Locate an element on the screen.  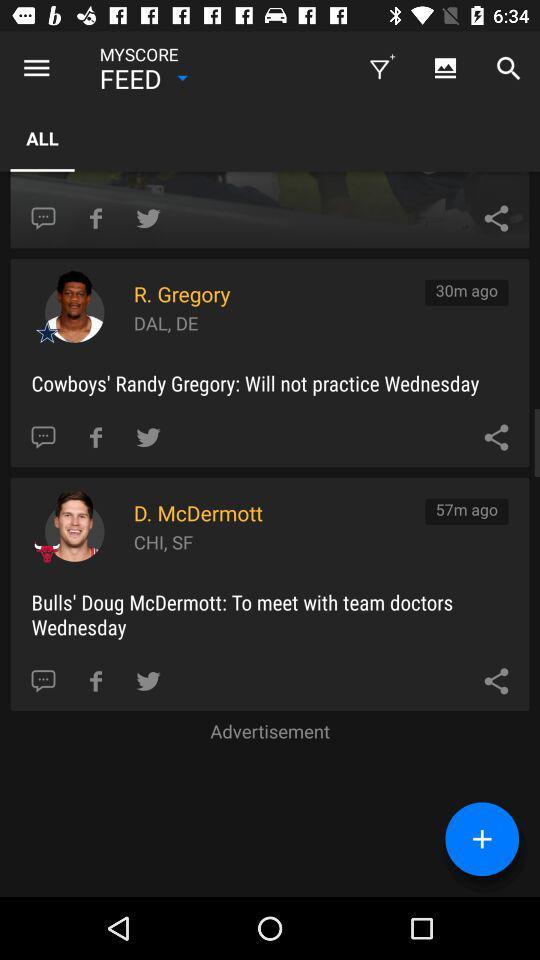
the add icon is located at coordinates (481, 839).